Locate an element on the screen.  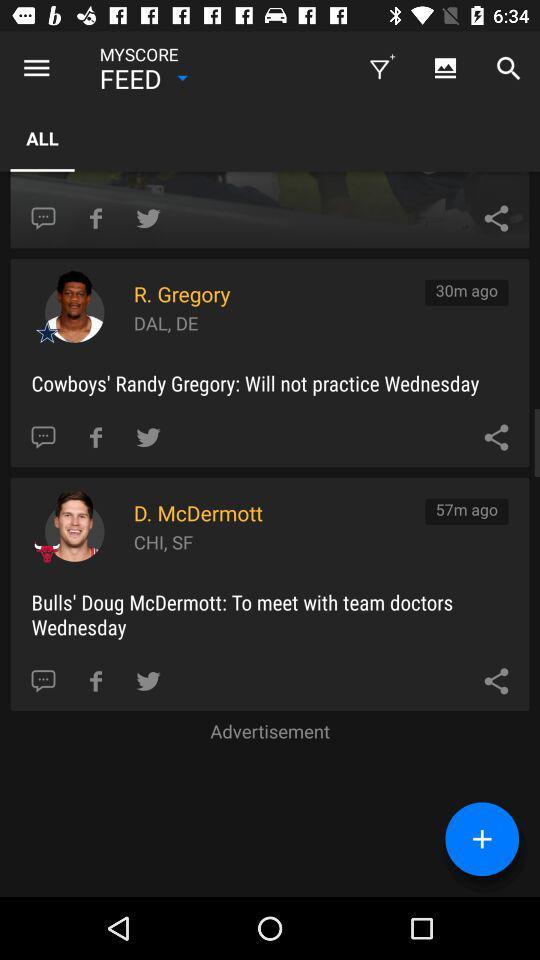
the add icon is located at coordinates (481, 839).